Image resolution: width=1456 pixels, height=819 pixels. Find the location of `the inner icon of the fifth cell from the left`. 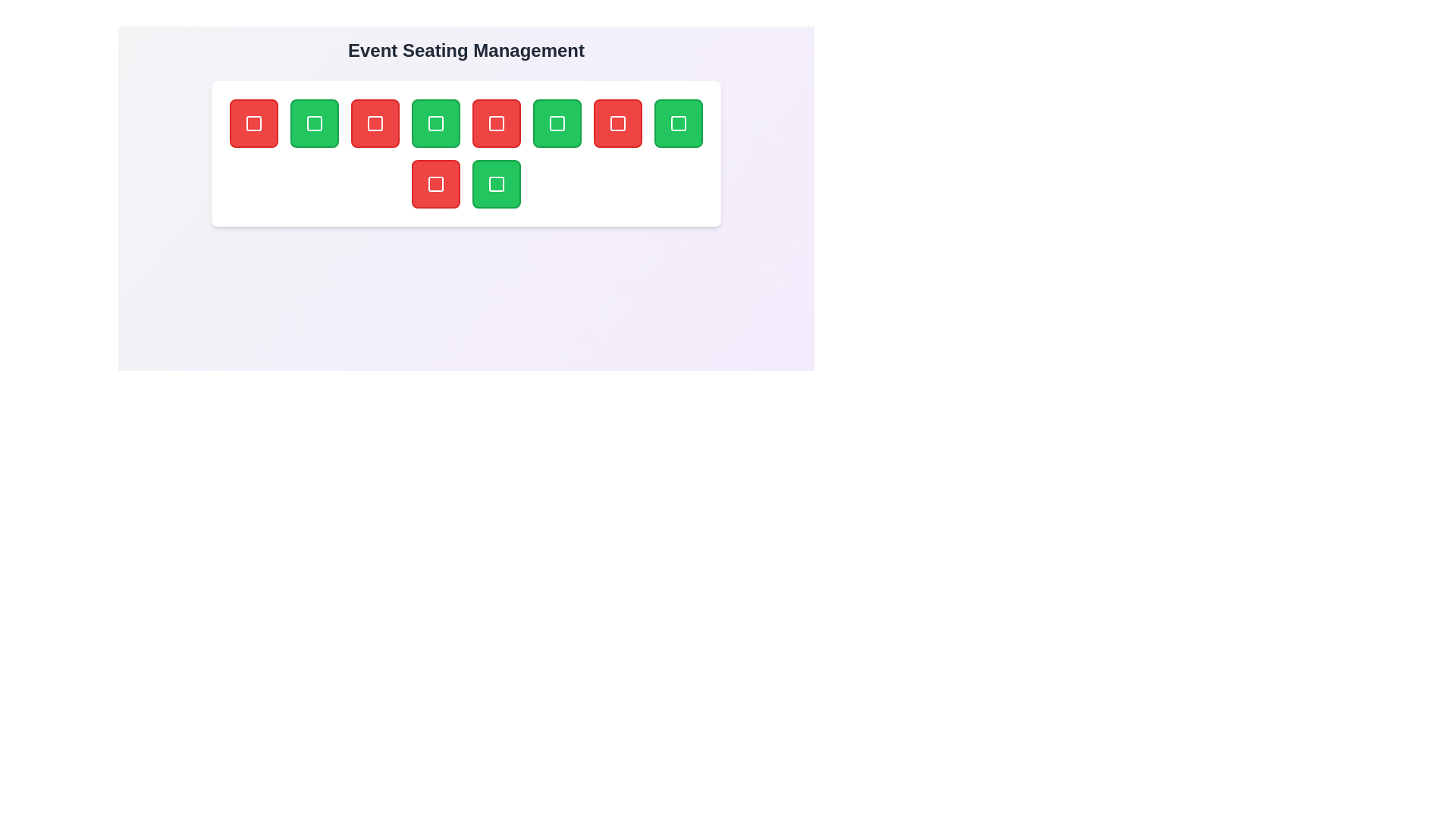

the inner icon of the fifth cell from the left is located at coordinates (618, 122).